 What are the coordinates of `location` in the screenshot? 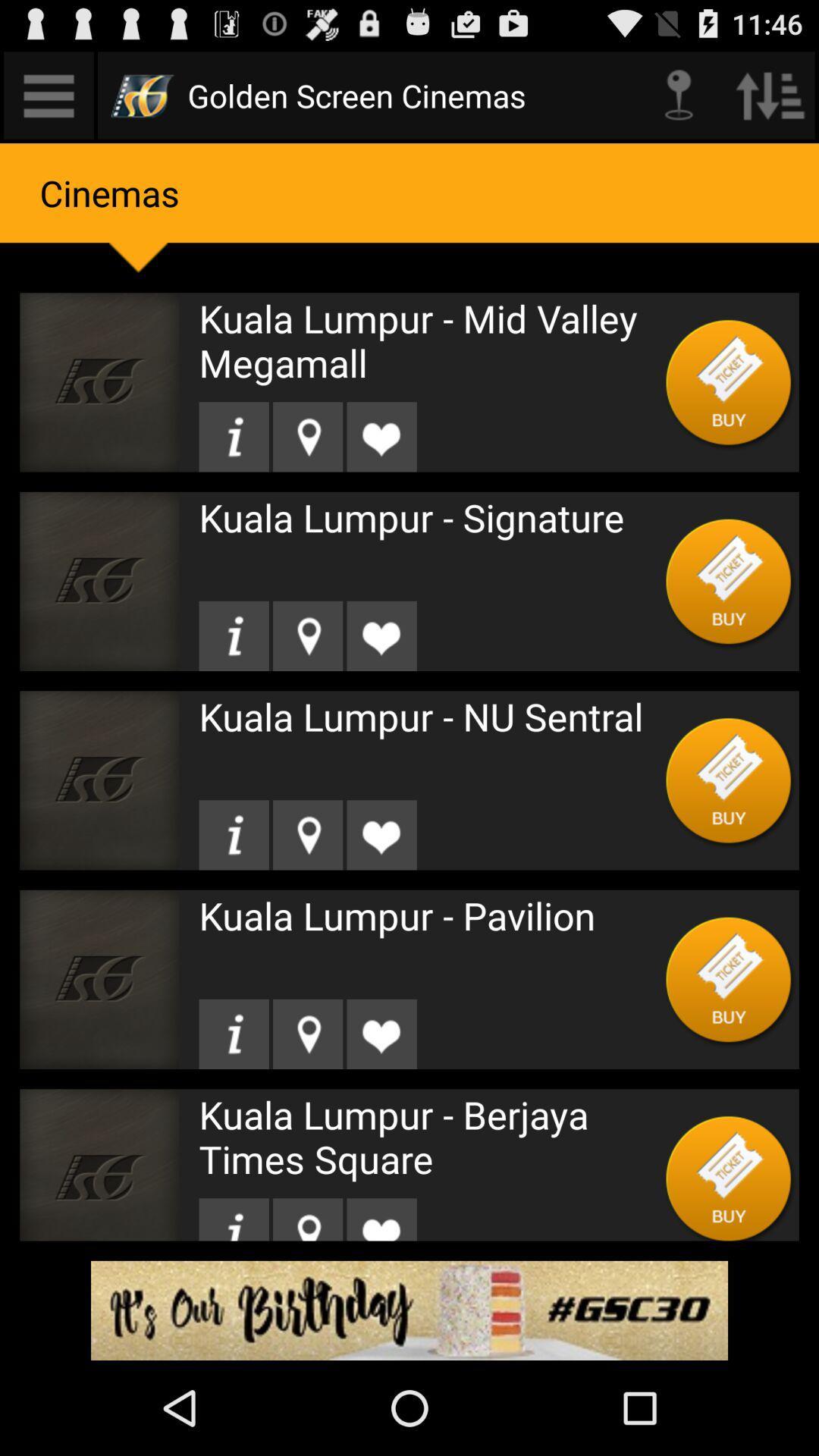 It's located at (307, 635).